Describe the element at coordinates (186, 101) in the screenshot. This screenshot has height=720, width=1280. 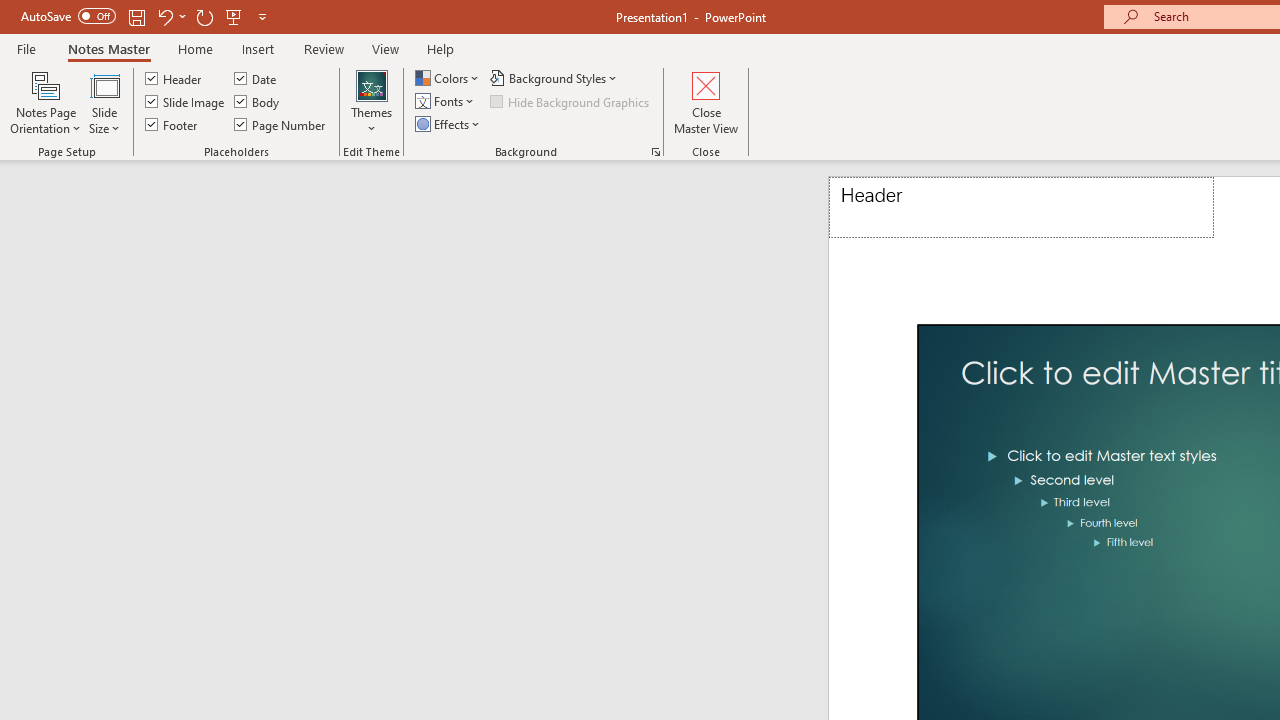
I see `'Slide Image'` at that location.